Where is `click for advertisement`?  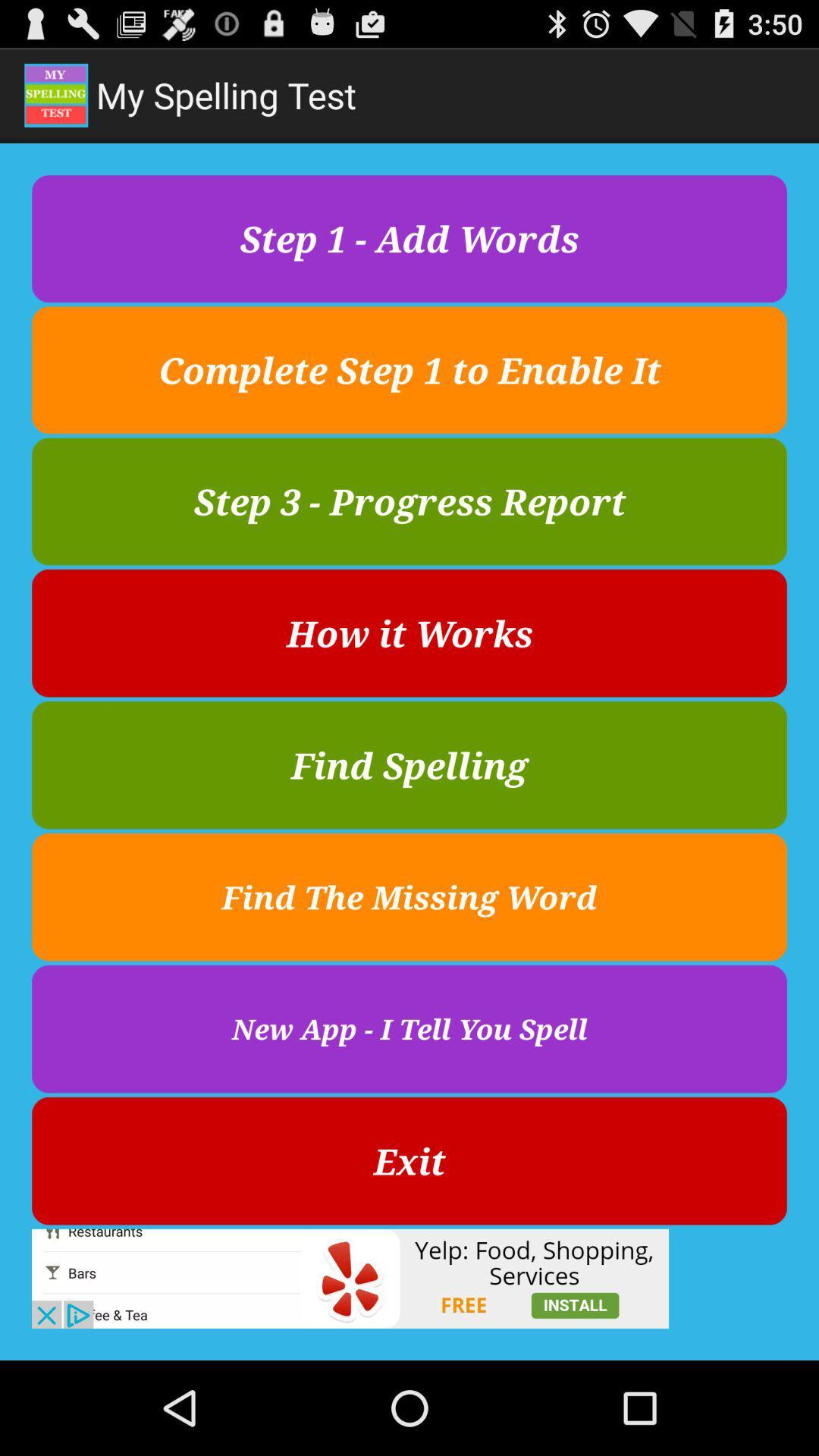 click for advertisement is located at coordinates (350, 1278).